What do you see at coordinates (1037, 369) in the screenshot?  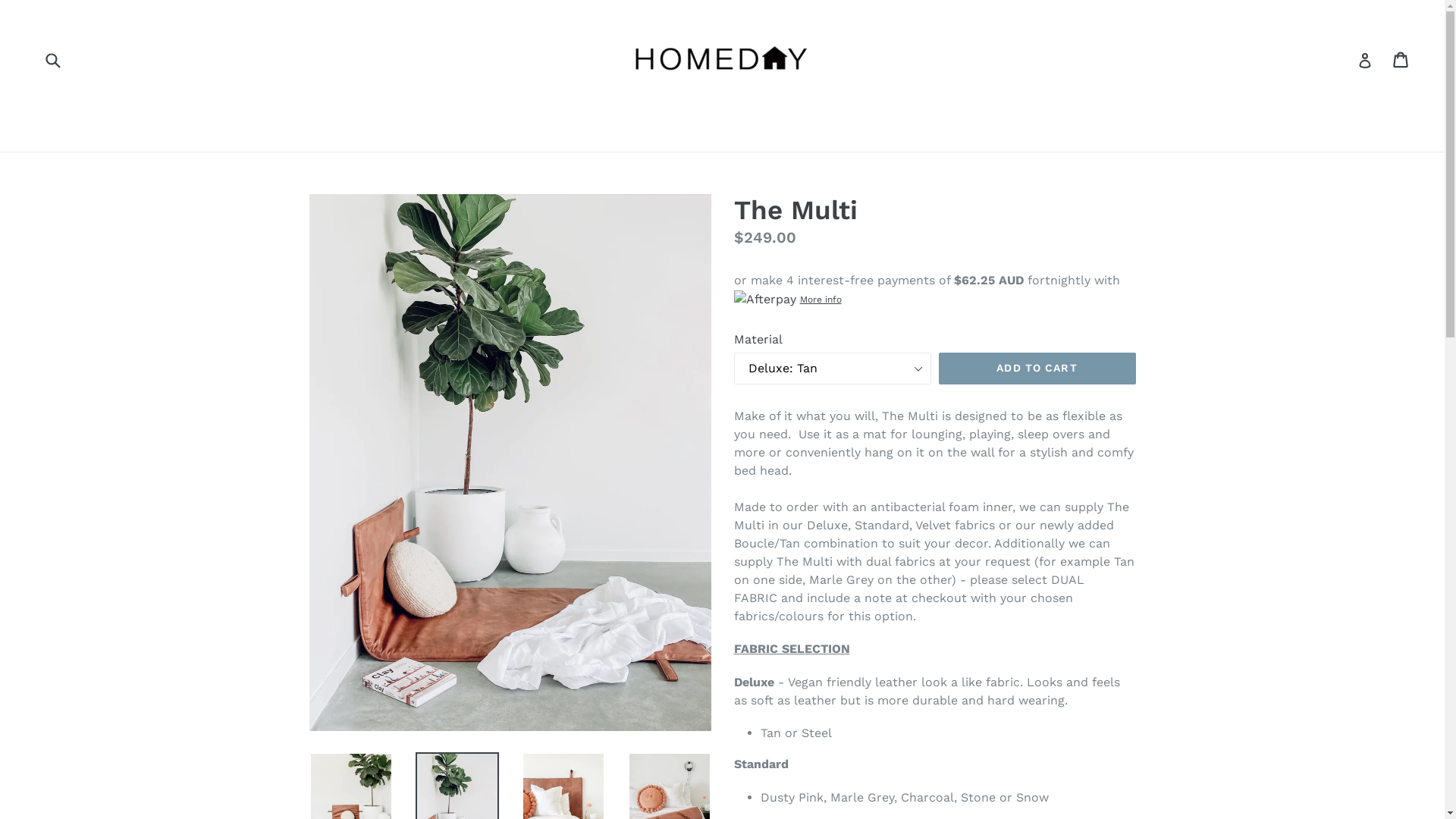 I see `'ADD TO CART'` at bounding box center [1037, 369].